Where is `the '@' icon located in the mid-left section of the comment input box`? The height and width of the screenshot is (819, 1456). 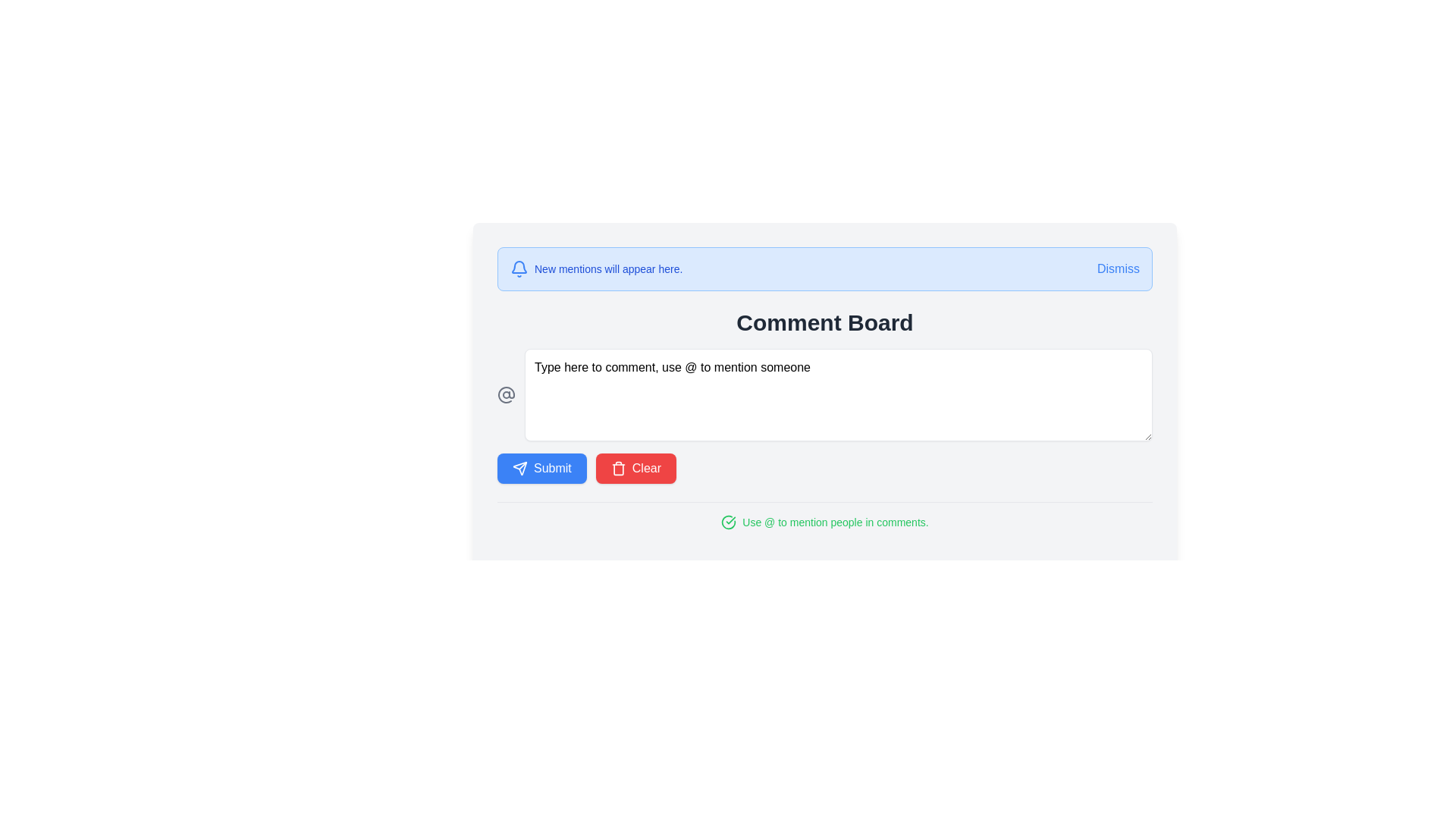
the '@' icon located in the mid-left section of the comment input box is located at coordinates (506, 394).